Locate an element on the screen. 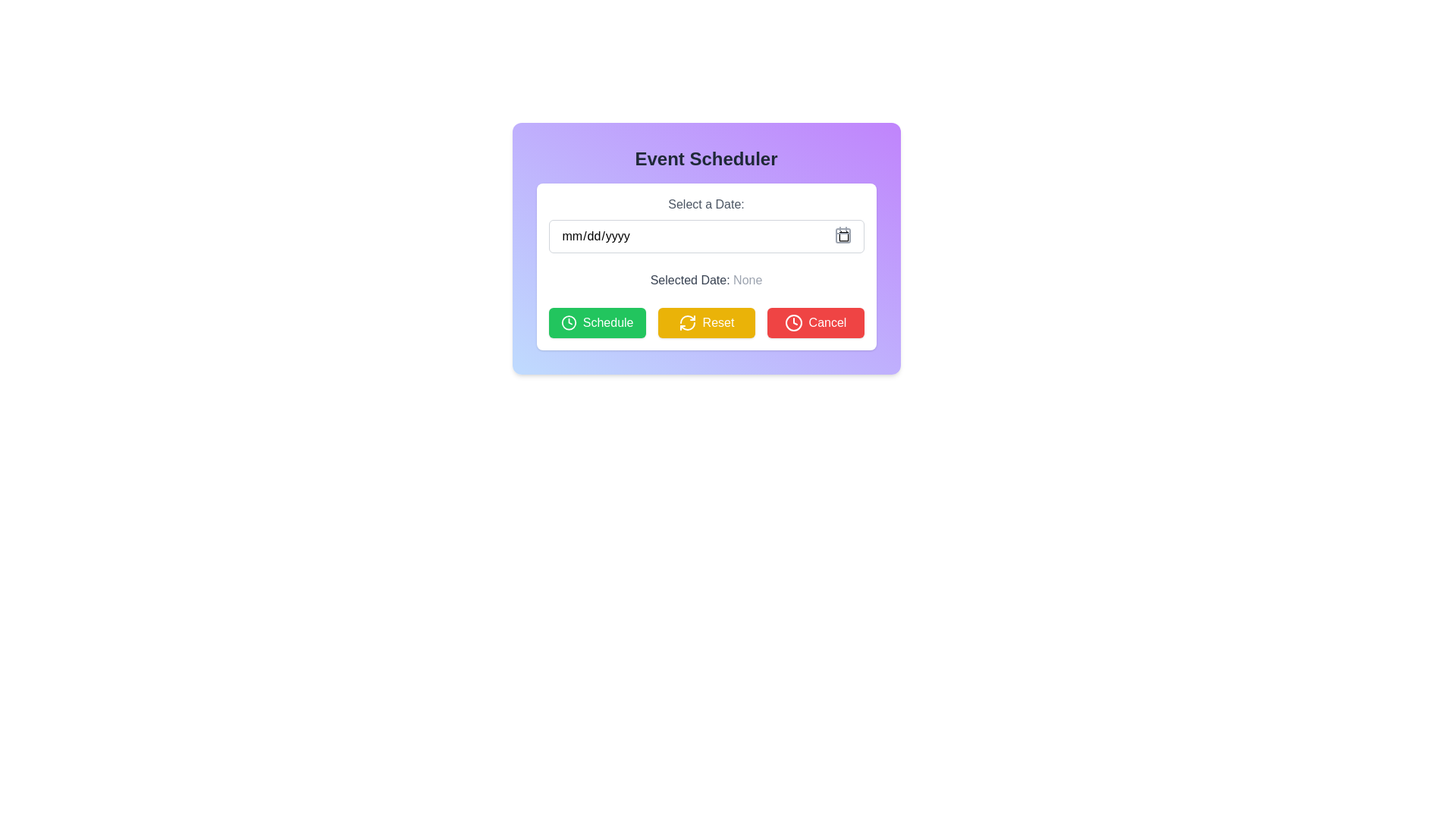 The width and height of the screenshot is (1456, 819). the yellow 'Reset' button with an icon resembling a refresh symbol, which is the second button in a row of three buttons at the bottom of a card-like component is located at coordinates (705, 322).